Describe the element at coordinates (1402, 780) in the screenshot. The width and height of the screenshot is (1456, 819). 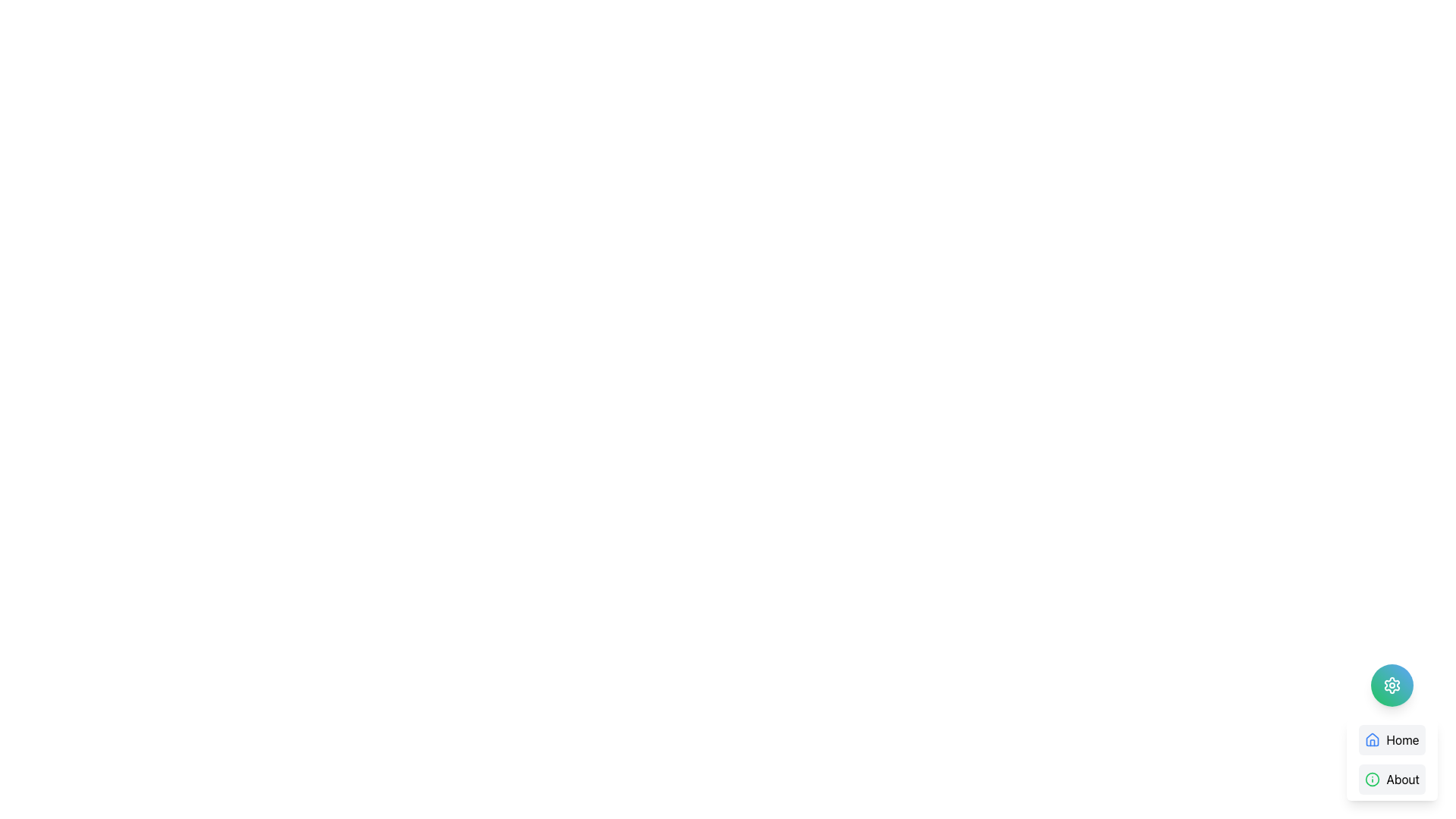
I see `the clickable text label 'About' located below the 'Home' button in the lower right corner` at that location.